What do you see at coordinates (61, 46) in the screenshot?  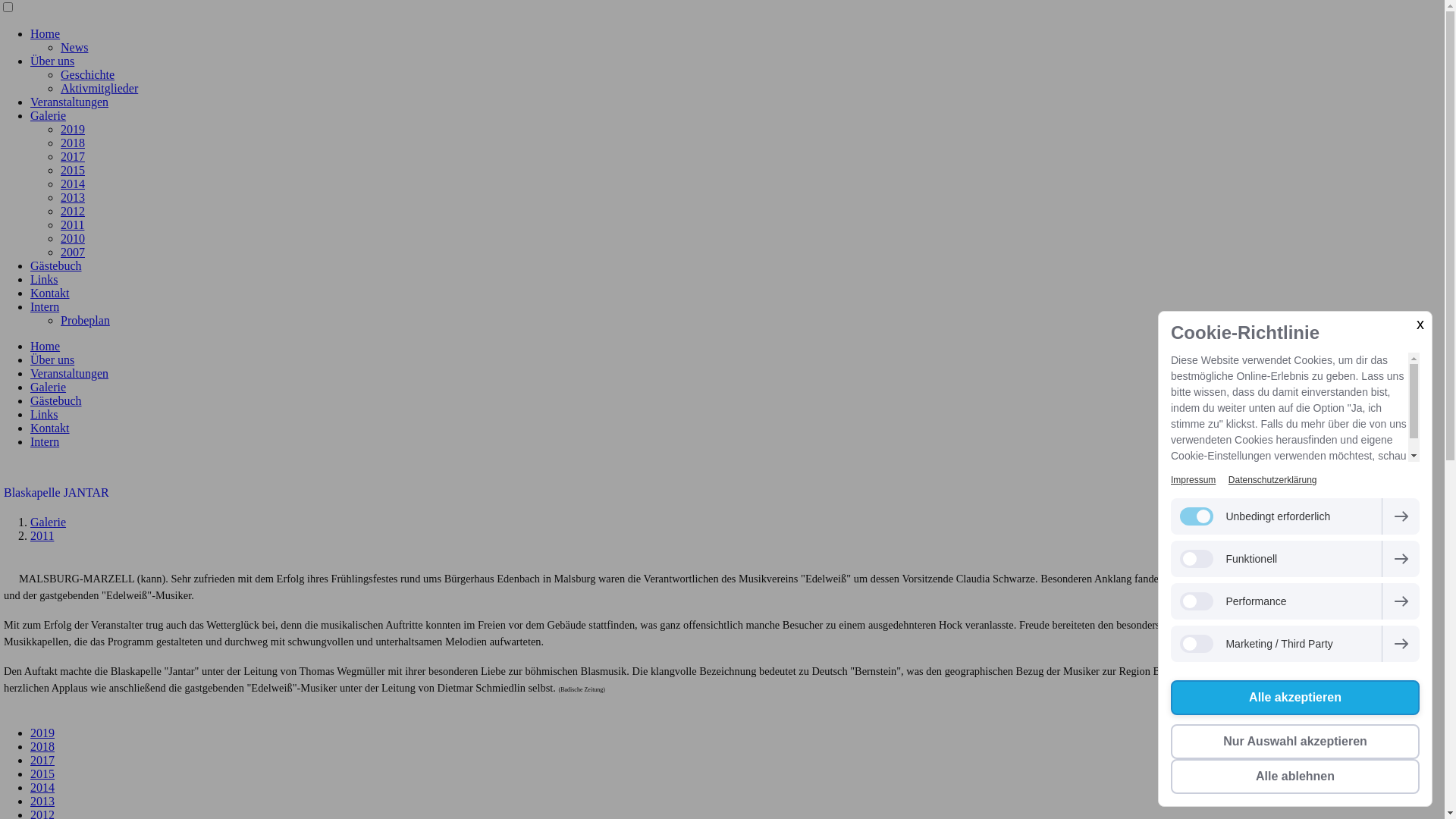 I see `'News'` at bounding box center [61, 46].